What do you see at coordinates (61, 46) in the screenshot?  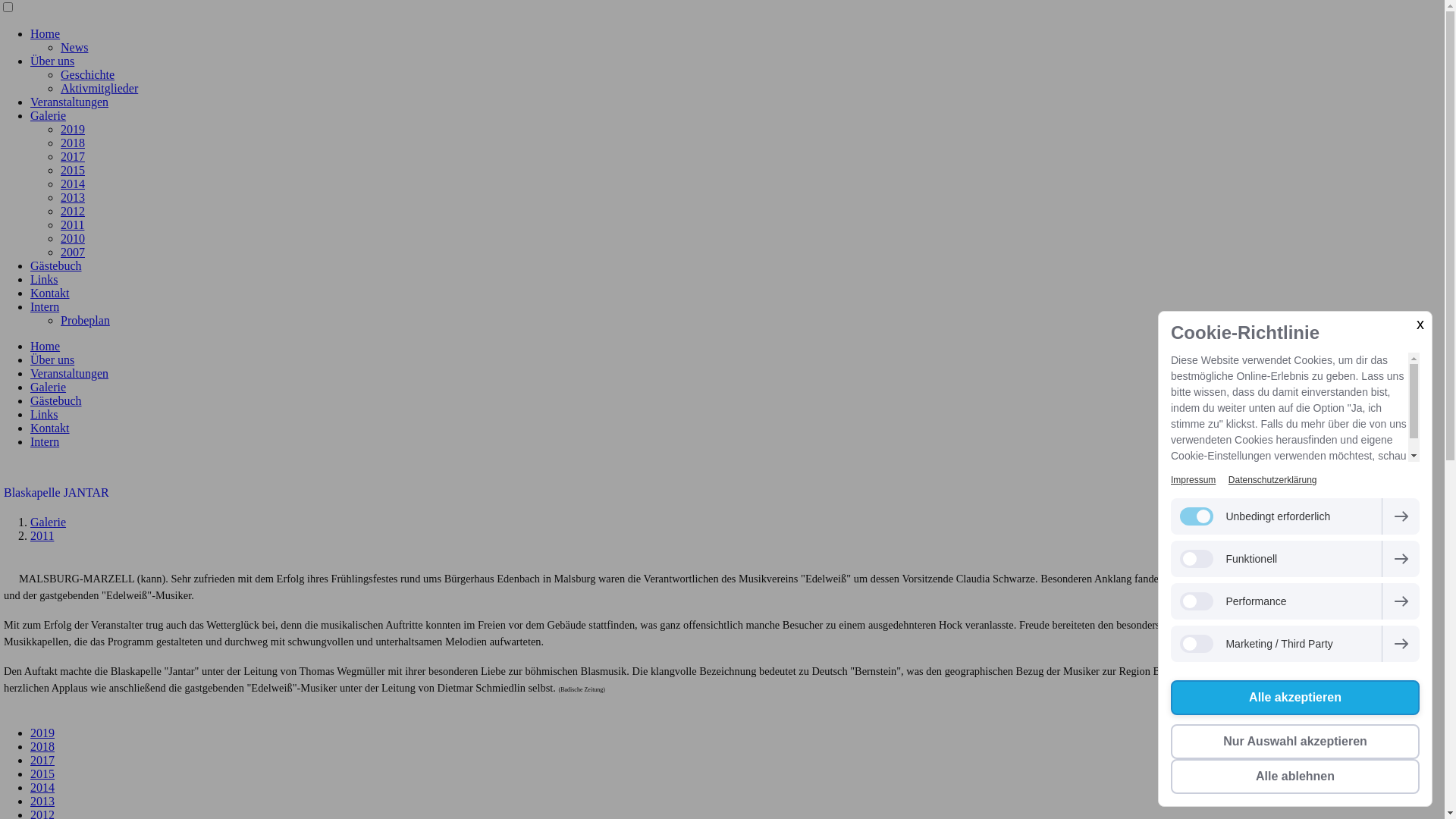 I see `'News'` at bounding box center [61, 46].